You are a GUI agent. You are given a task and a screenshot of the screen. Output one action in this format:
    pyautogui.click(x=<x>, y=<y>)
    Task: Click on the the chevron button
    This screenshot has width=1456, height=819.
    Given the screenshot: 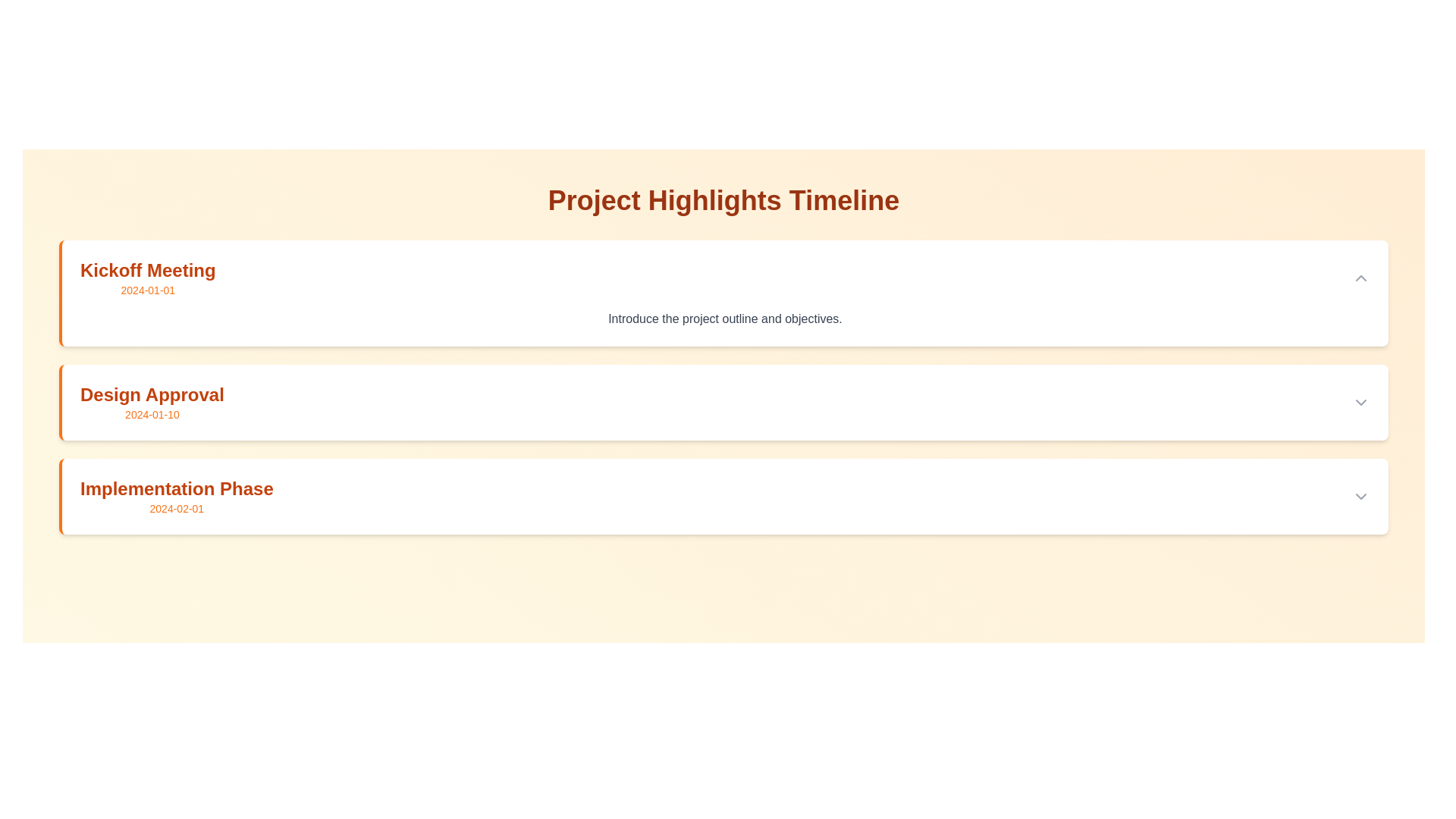 What is the action you would take?
    pyautogui.click(x=1361, y=402)
    